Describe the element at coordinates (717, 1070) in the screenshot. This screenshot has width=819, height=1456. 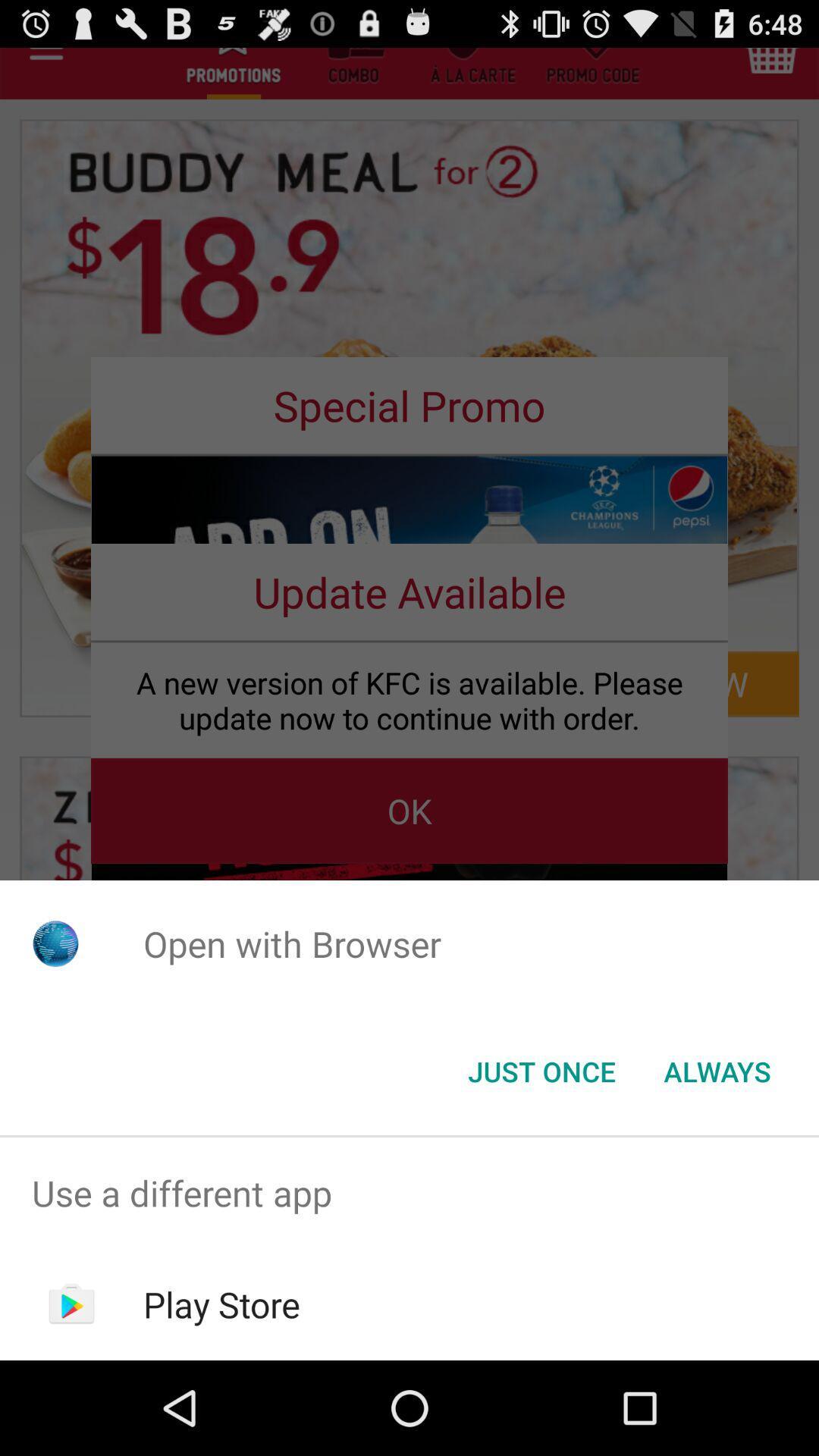
I see `the always icon` at that location.